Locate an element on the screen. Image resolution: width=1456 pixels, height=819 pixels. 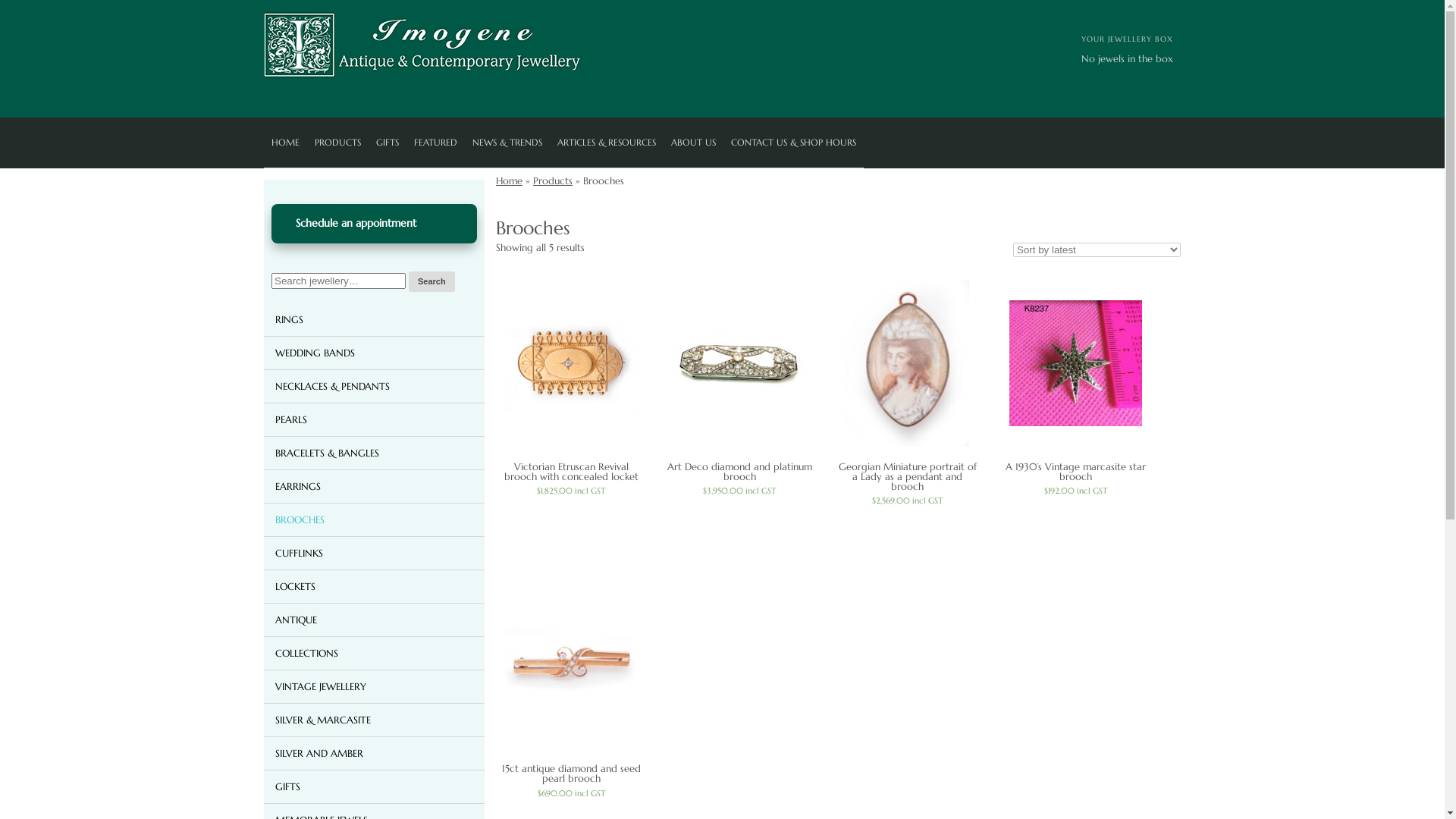
'SILVER AND AMBER' is located at coordinates (374, 752).